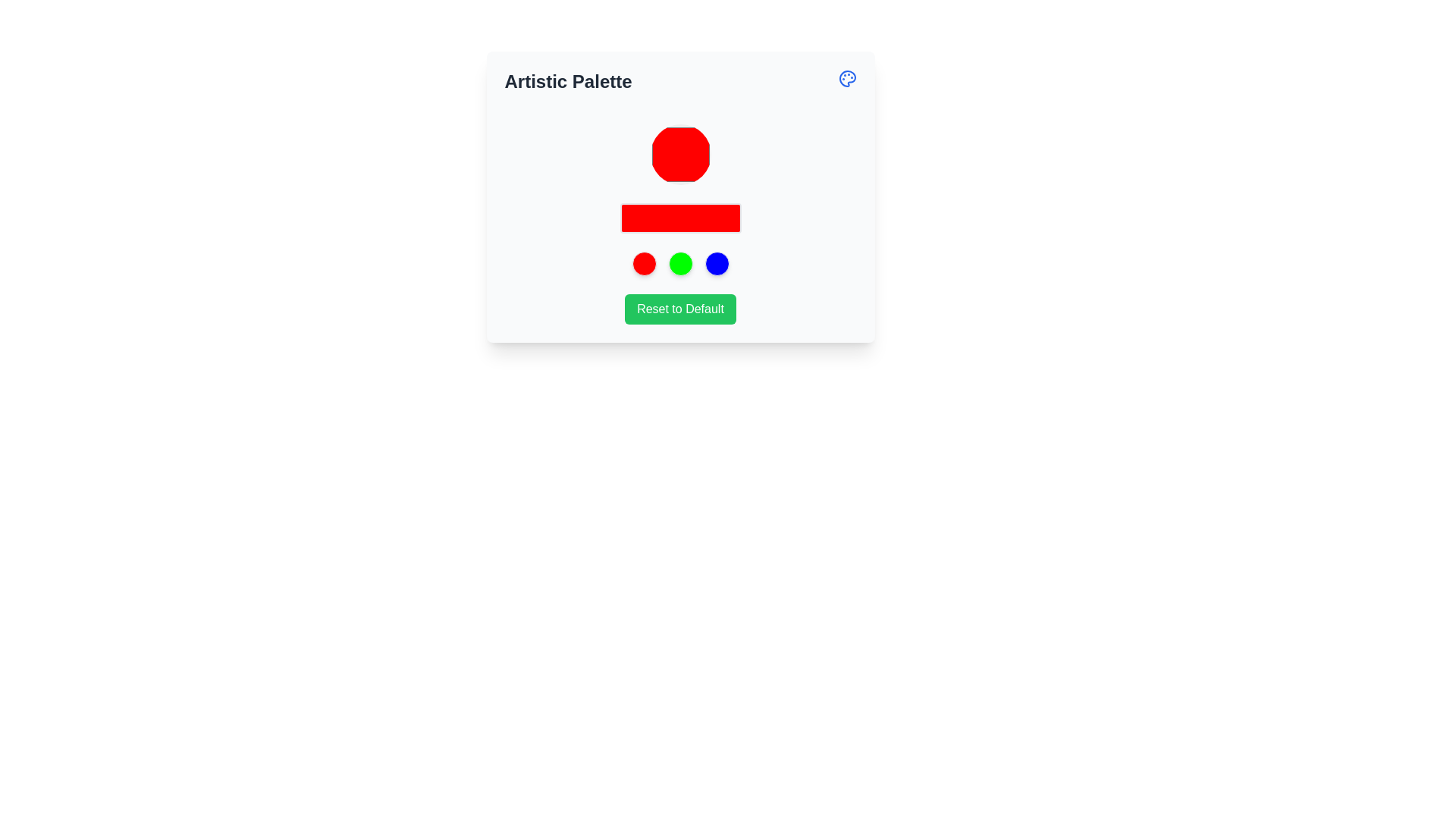 This screenshot has width=1456, height=819. I want to click on header text located at the top-left section of the card-like area, which serves as the title for the surrounding content, so click(567, 82).